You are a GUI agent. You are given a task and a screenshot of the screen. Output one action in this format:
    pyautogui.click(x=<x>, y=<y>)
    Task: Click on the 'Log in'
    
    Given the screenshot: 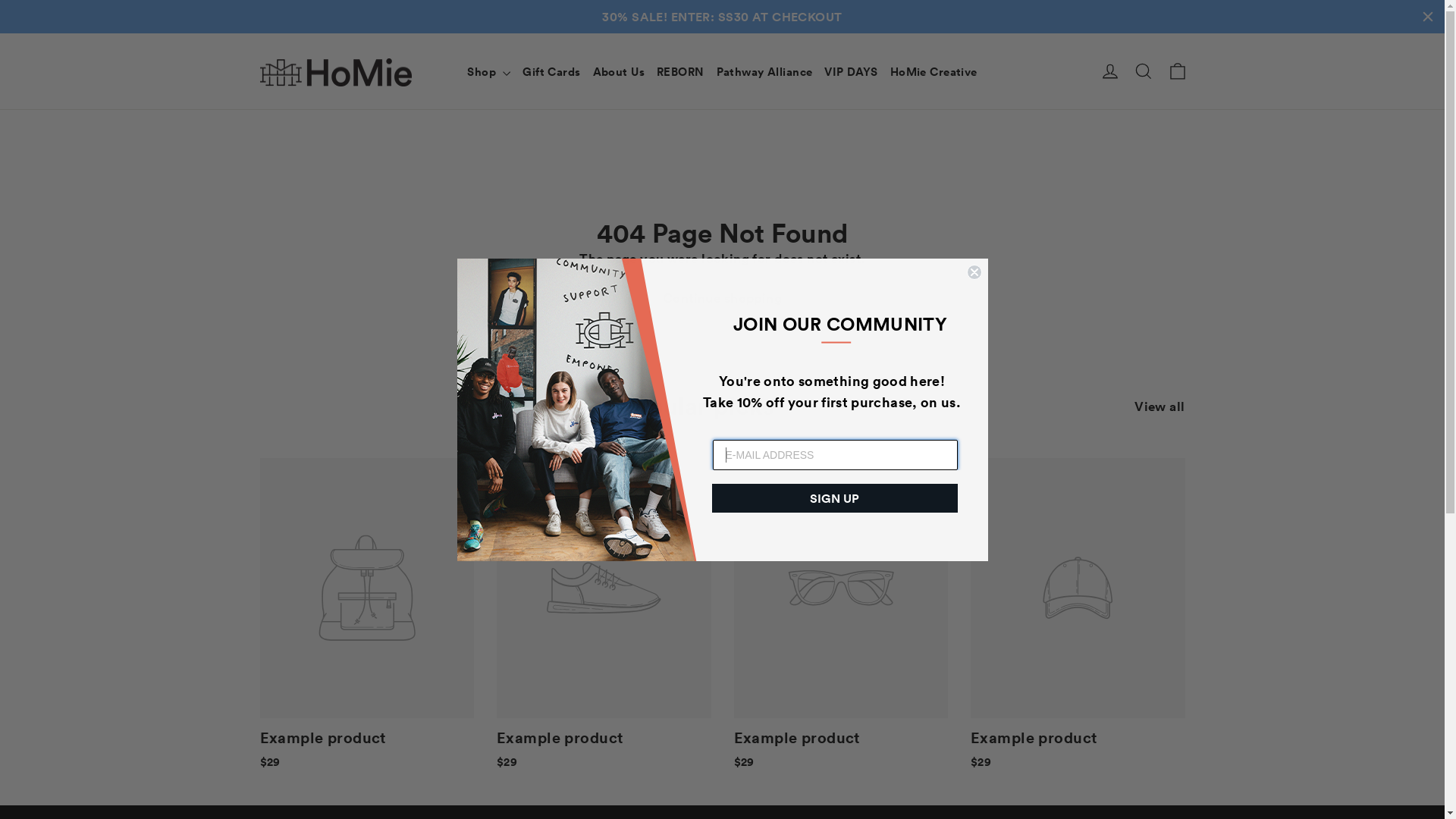 What is the action you would take?
    pyautogui.click(x=1093, y=37)
    